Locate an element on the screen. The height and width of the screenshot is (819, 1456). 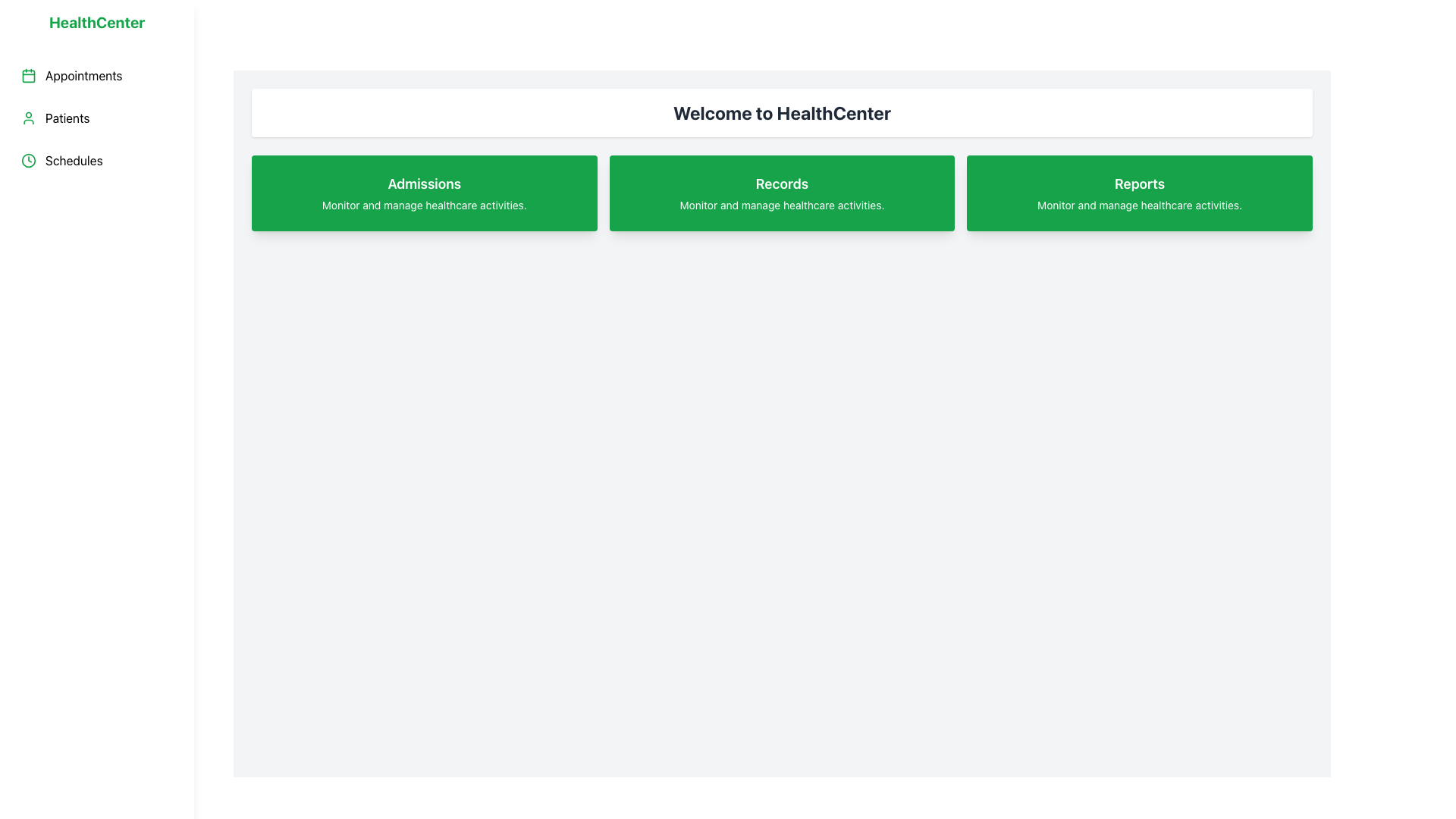
bold text label 'Records' which is centrally aligned within the green background in the second of three horizontally aligned blocks is located at coordinates (782, 184).